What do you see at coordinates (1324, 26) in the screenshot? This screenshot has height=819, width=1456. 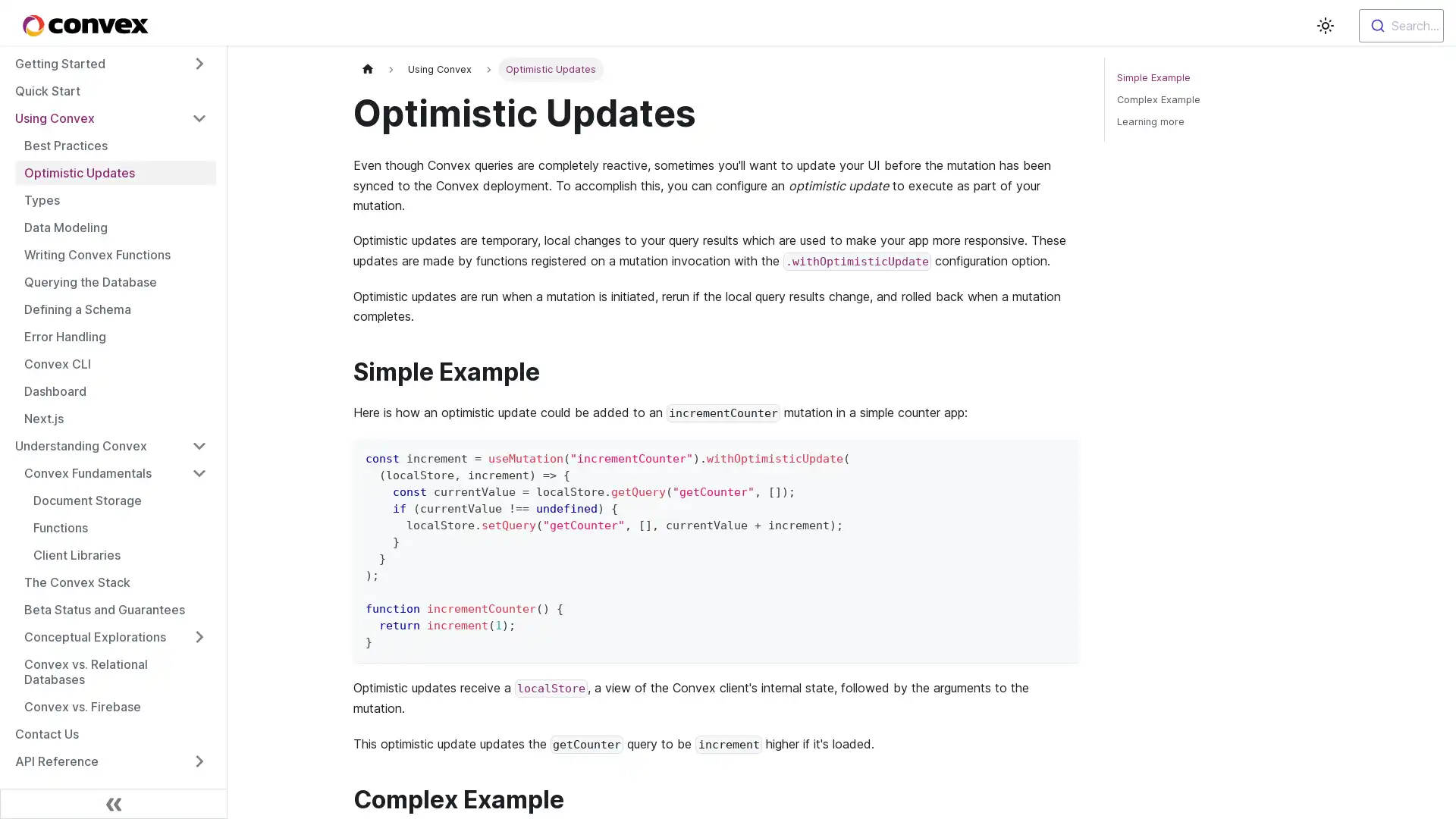 I see `Switch between dark and light mode (currently light mode)` at bounding box center [1324, 26].